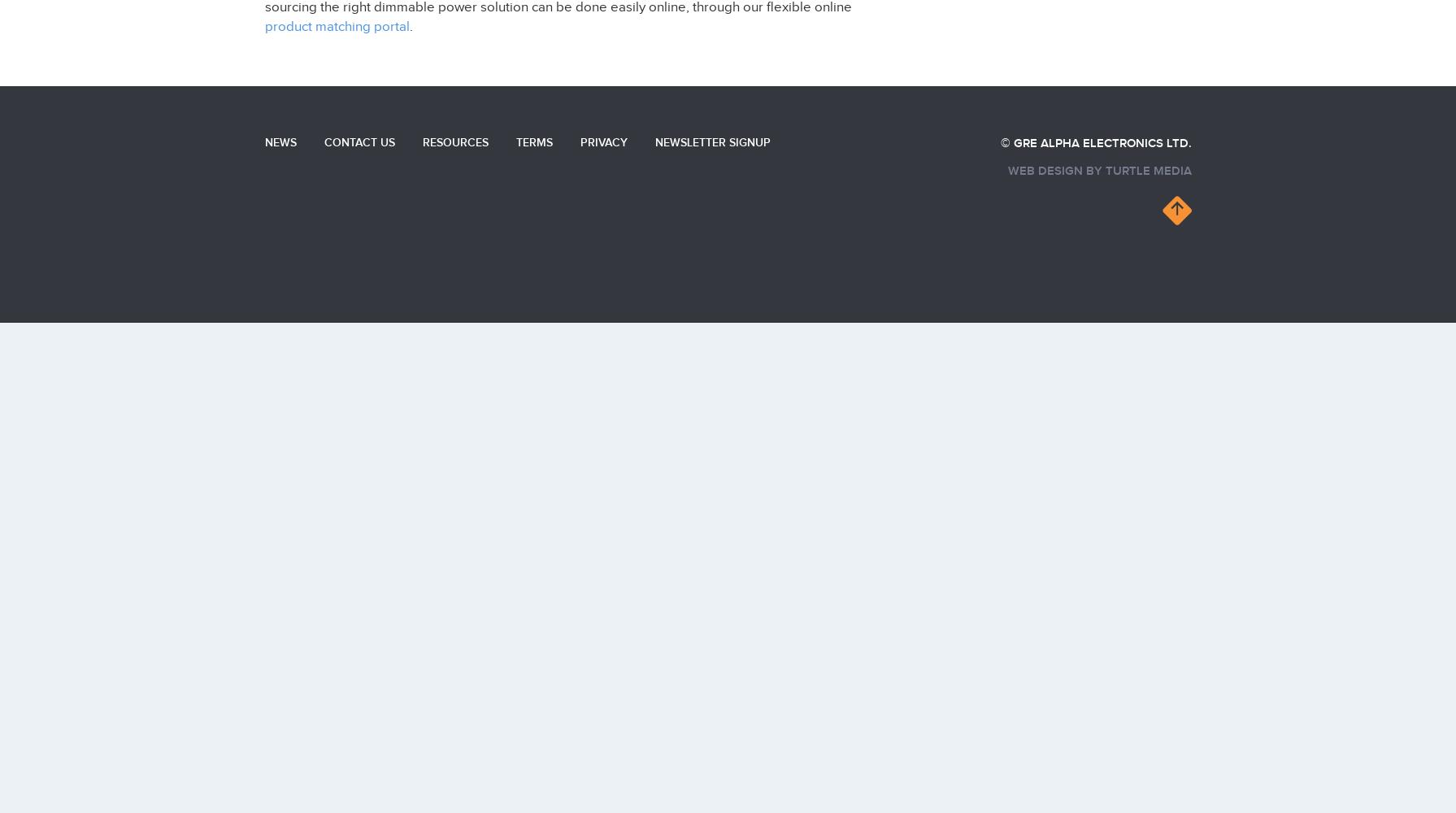 The width and height of the screenshot is (1456, 813). What do you see at coordinates (454, 141) in the screenshot?
I see `'Resources'` at bounding box center [454, 141].